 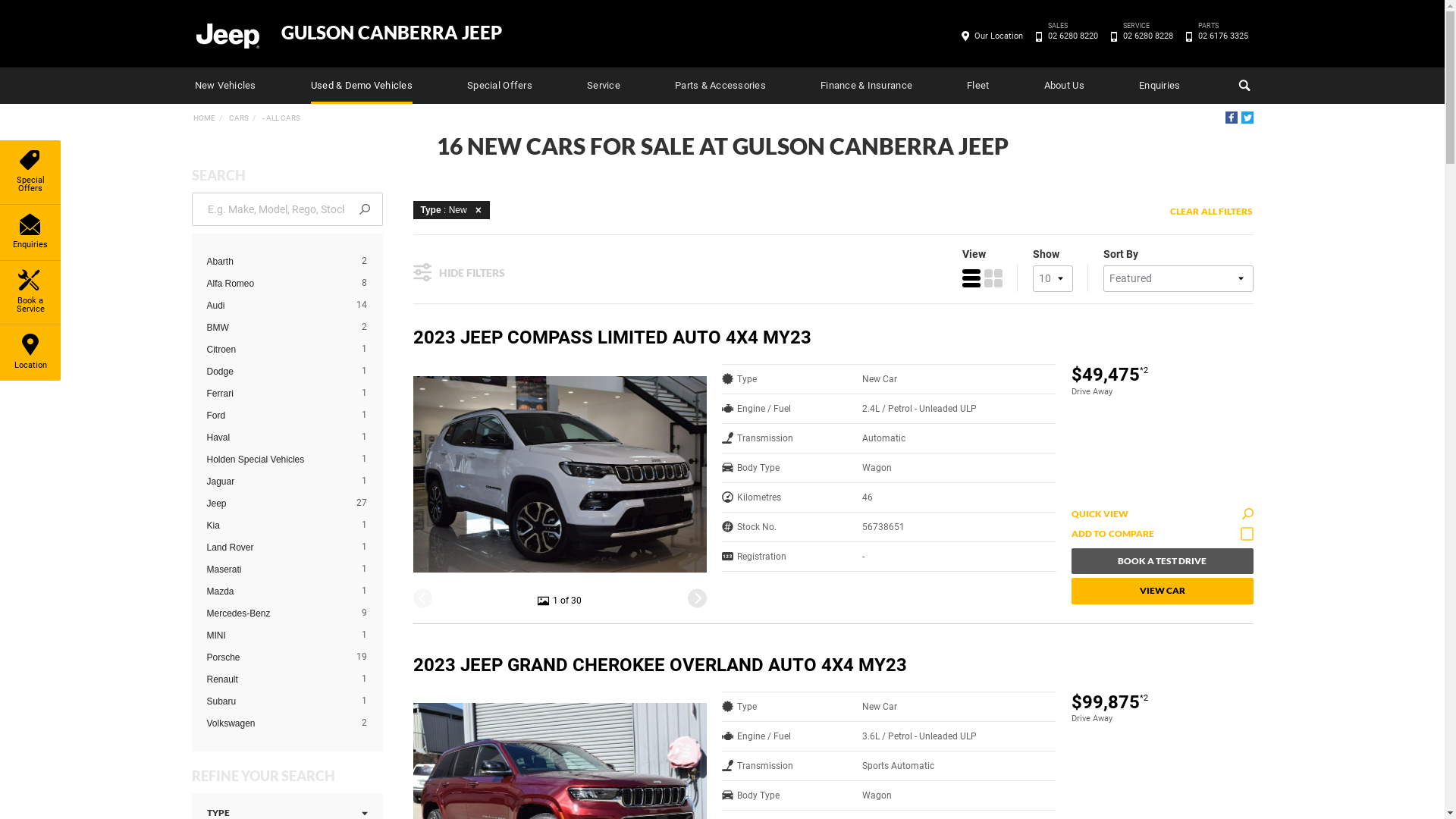 I want to click on 'Switch to Grid View', so click(x=993, y=278).